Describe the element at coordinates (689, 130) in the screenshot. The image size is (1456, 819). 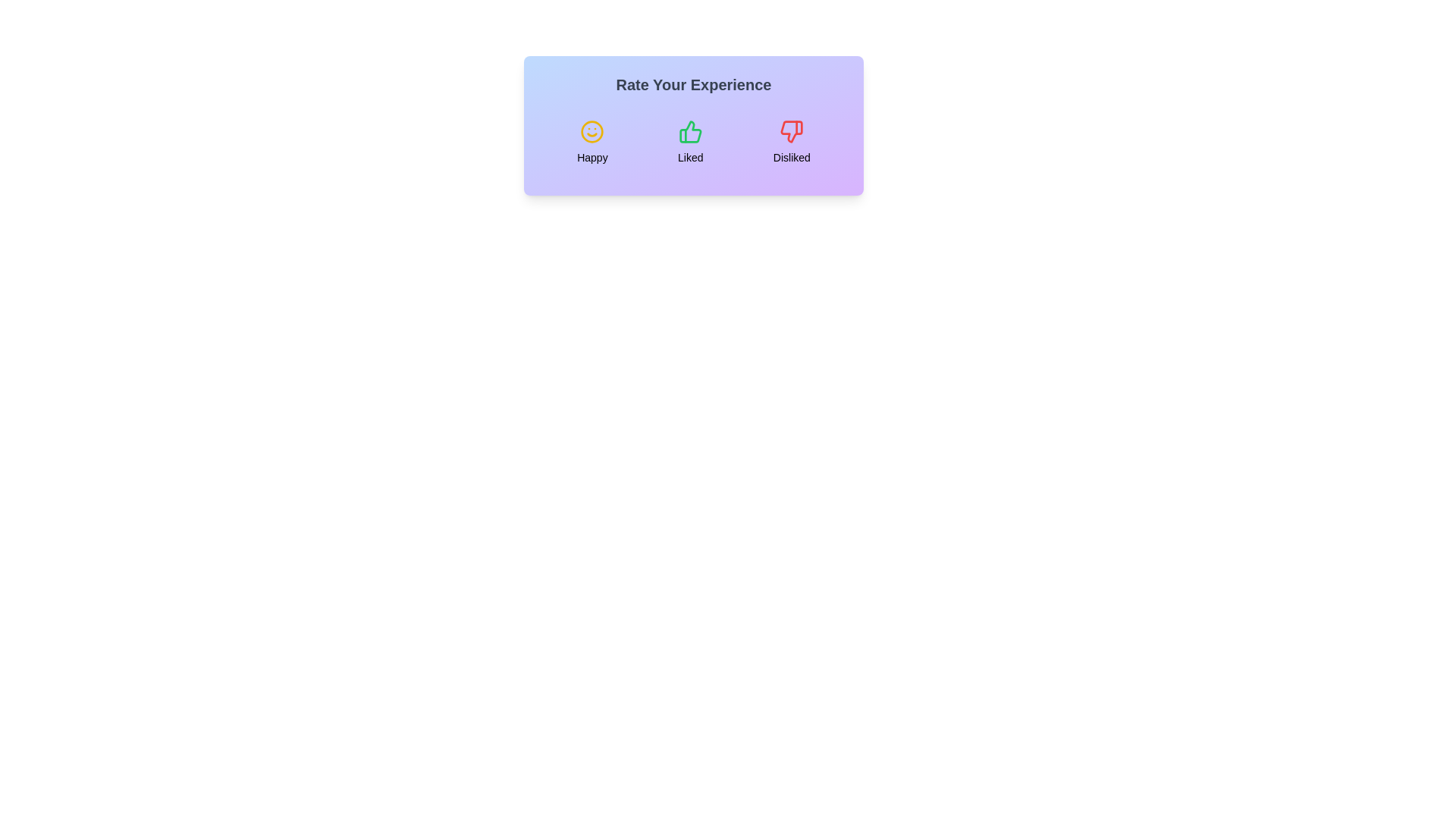
I see `the green thumbs-up icon, which is the middle element in a row of three interactive icons labeled 'Happy,' 'Liked,' and 'Disliked.'` at that location.